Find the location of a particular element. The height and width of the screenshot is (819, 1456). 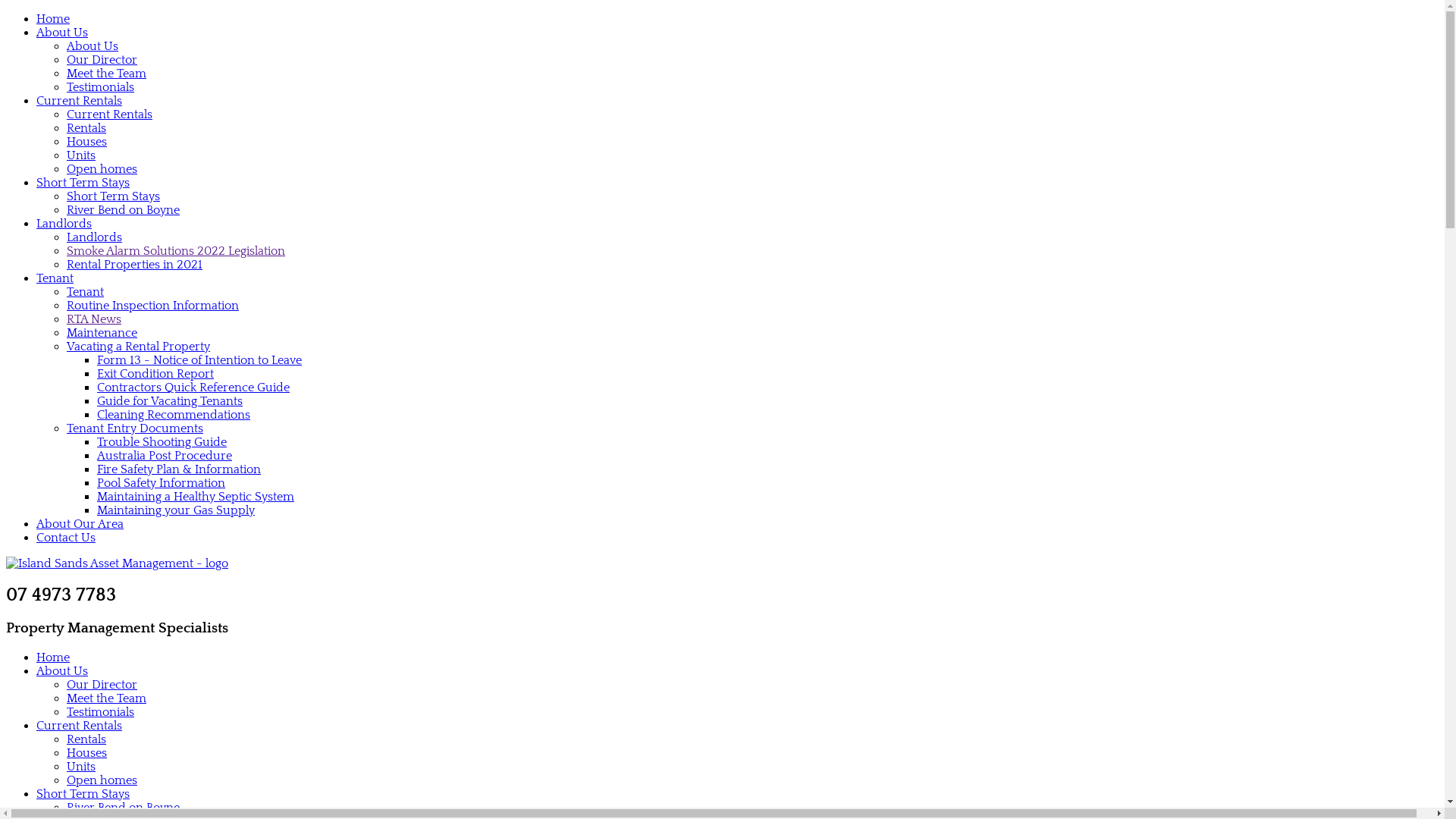

'Routine Inspection Information' is located at coordinates (152, 305).